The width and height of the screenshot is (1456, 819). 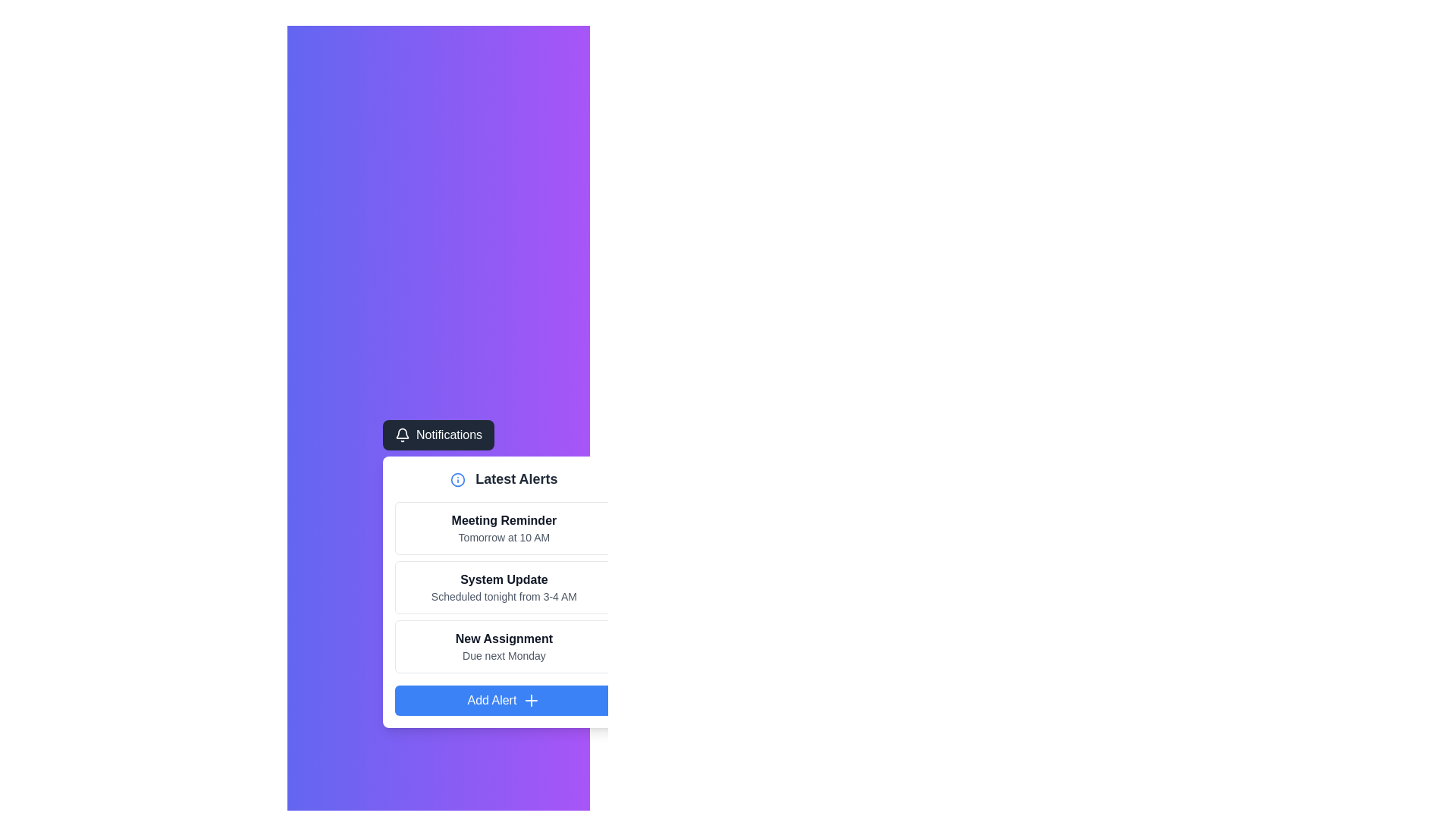 I want to click on the plus icon with a blue background and white stroke, located in the 'Add Alert' button at the bottom of the alert information panel, so click(x=532, y=701).